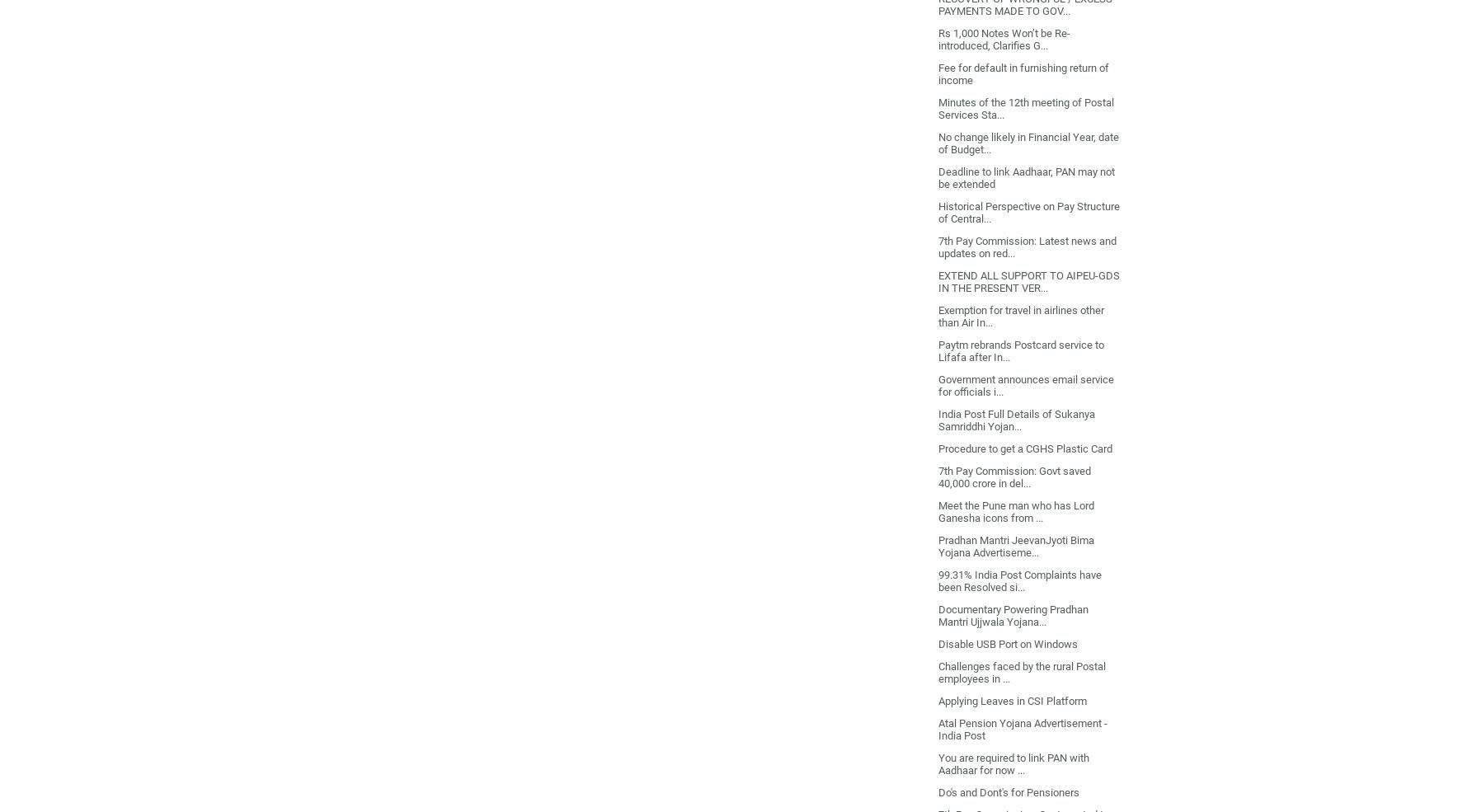 This screenshot has height=812, width=1472. What do you see at coordinates (1028, 281) in the screenshot?
I see `'EXTEND ALL SUPPORT TO AIPEU-GDS IN THE PRESENT VER...'` at bounding box center [1028, 281].